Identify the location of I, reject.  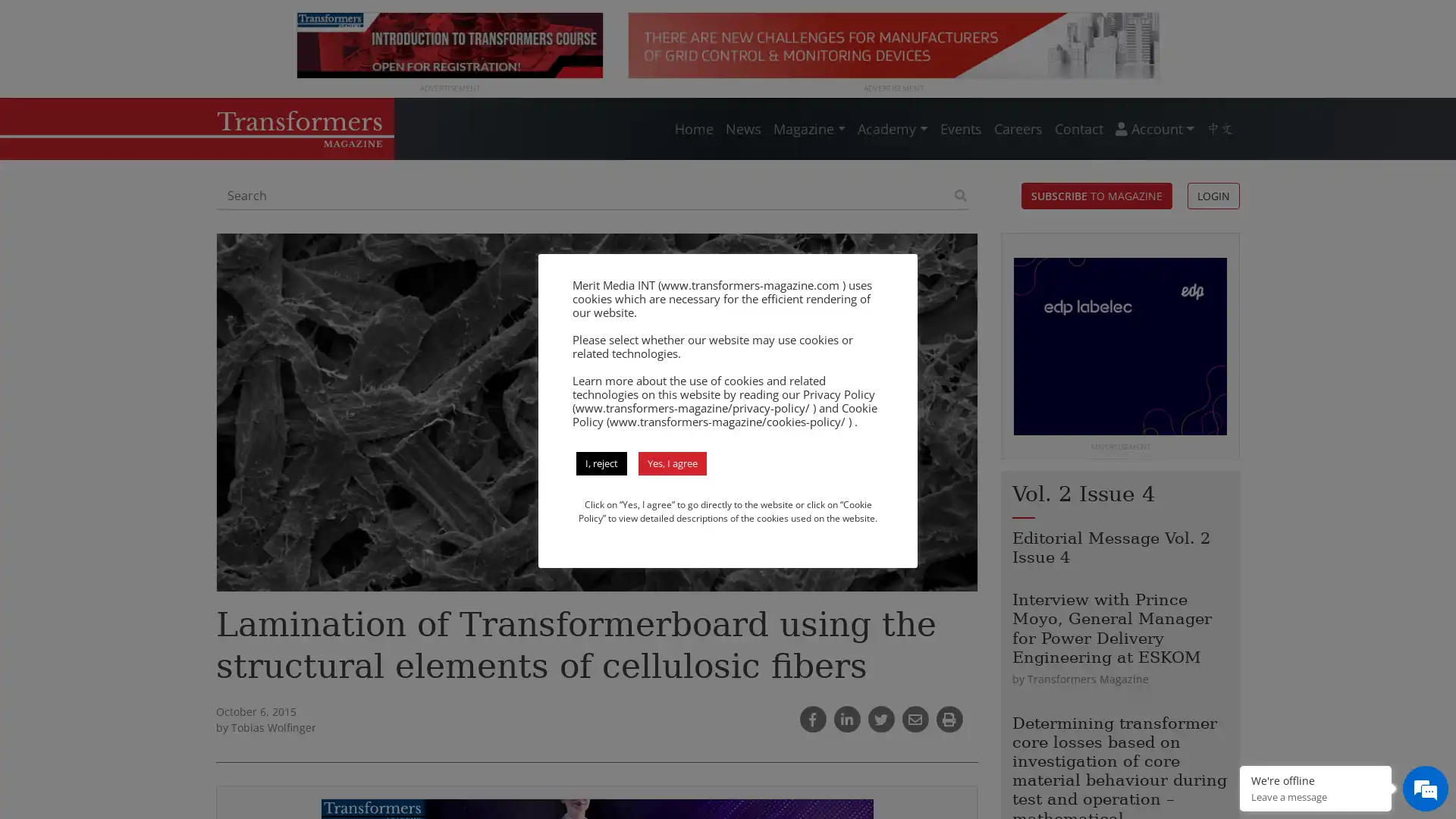
(601, 463).